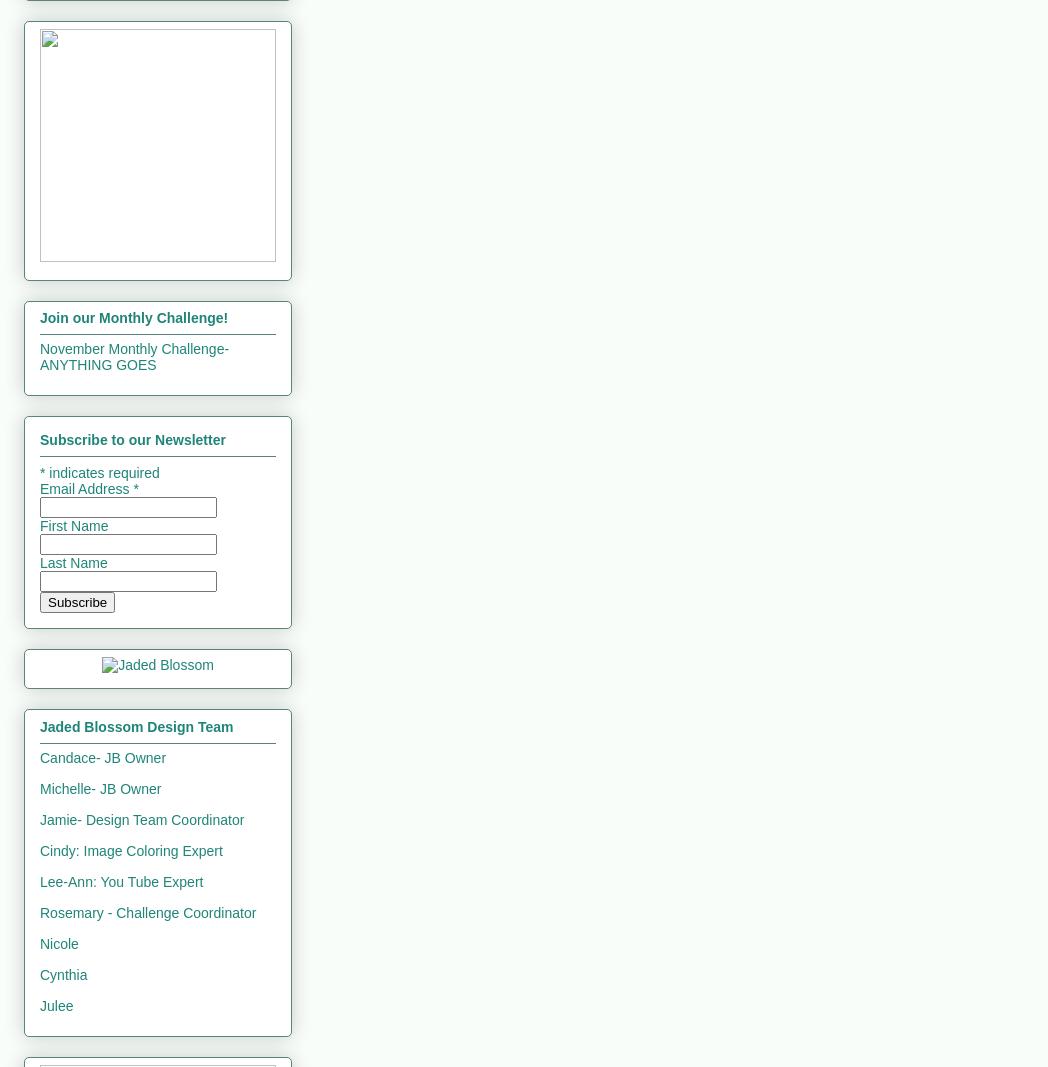 Image resolution: width=1048 pixels, height=1067 pixels. I want to click on 'Last Name', so click(73, 562).